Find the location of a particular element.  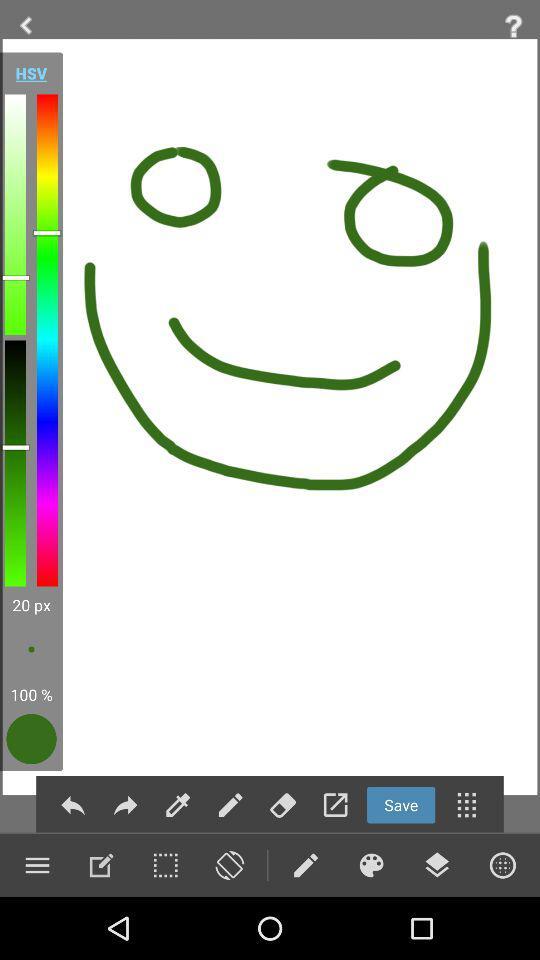

menu is located at coordinates (501, 864).